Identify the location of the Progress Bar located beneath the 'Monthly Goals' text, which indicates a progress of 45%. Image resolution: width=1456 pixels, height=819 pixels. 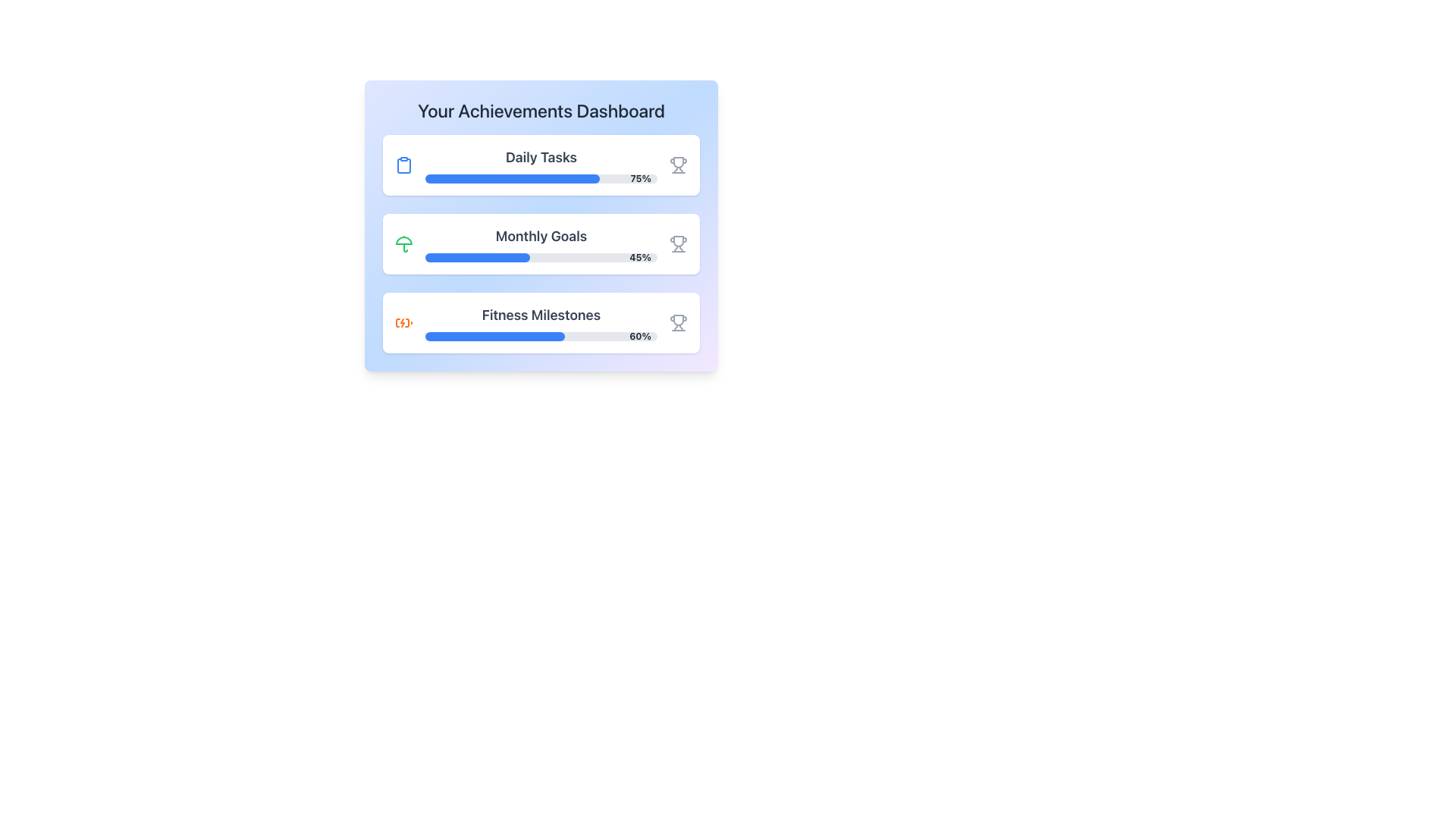
(541, 256).